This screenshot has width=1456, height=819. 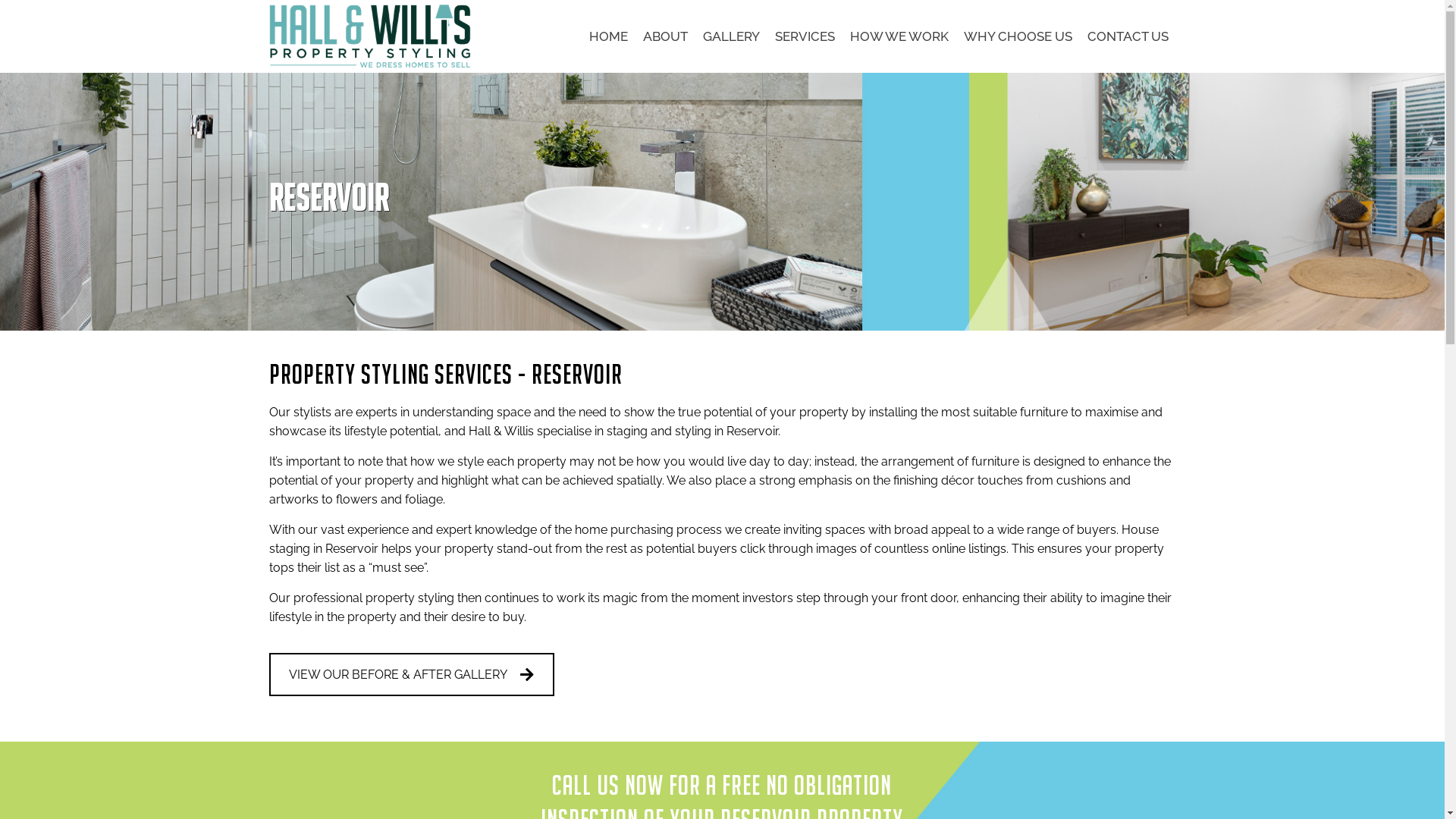 What do you see at coordinates (607, 35) in the screenshot?
I see `'HOME'` at bounding box center [607, 35].